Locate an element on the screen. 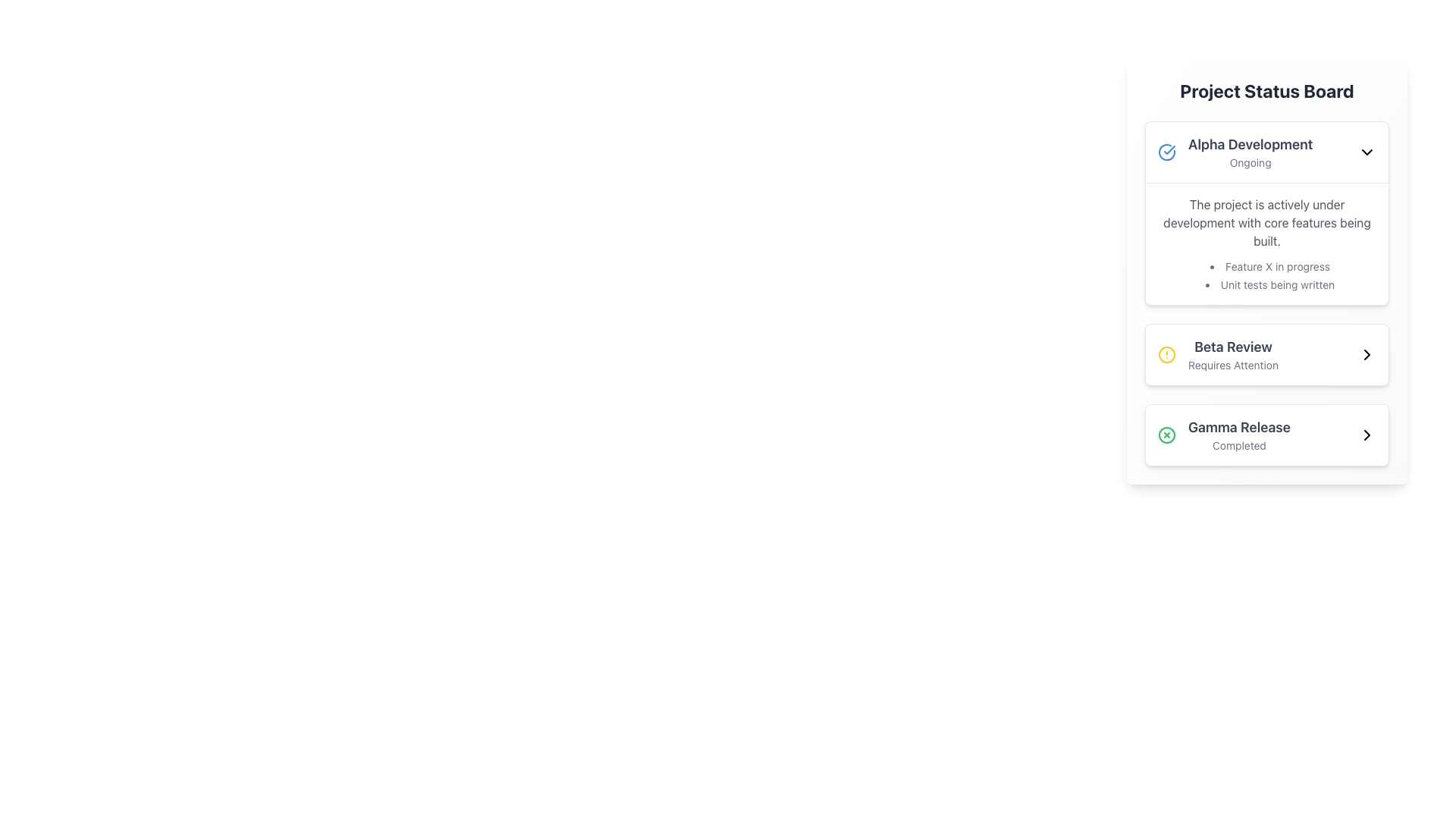 The width and height of the screenshot is (1456, 819). the third card element labeled 'Gamma Release' in the 'Project Status Board', which features a green check mark icon on the left and a right-facing chevron arrow on the right is located at coordinates (1266, 435).